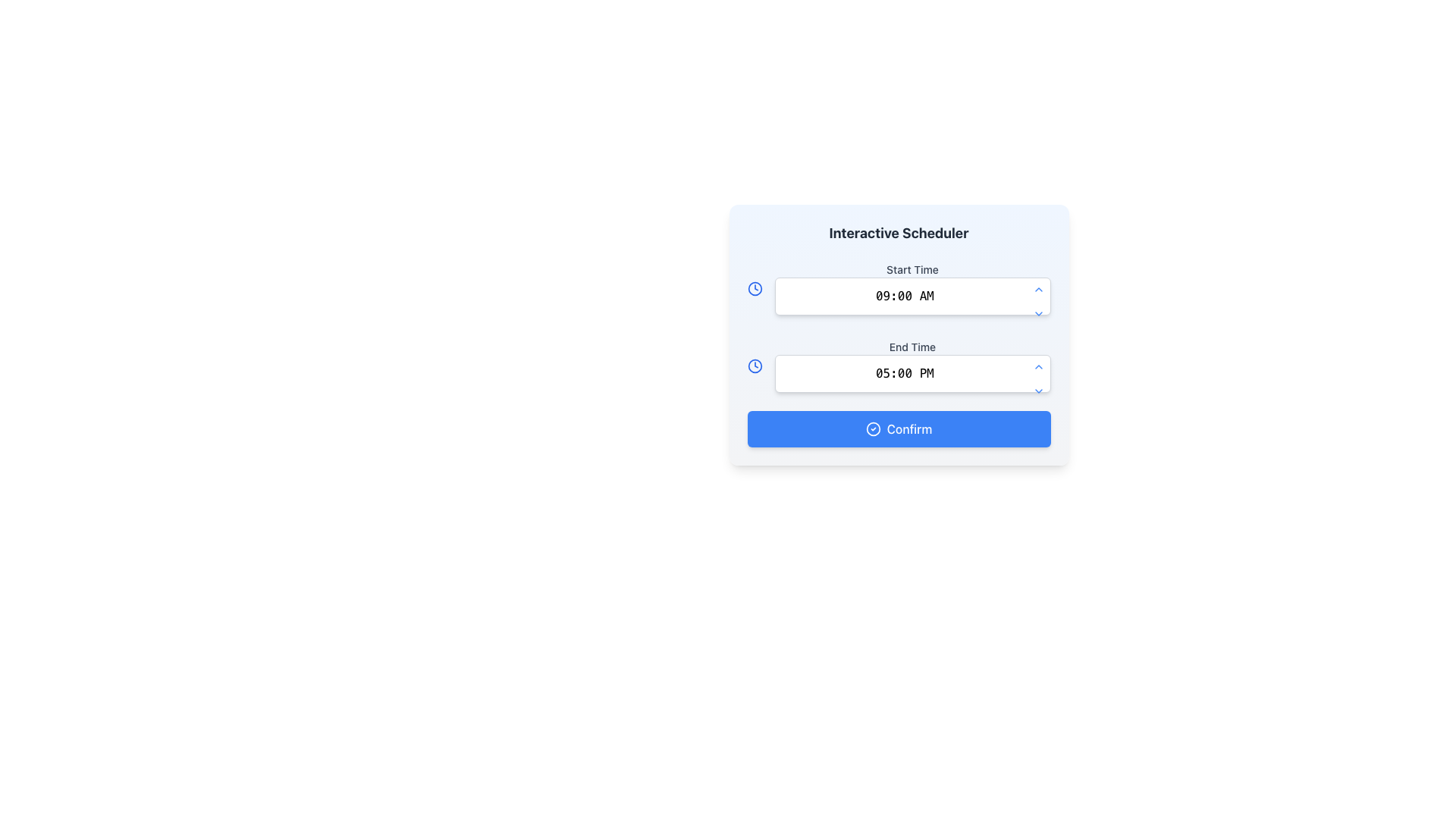 This screenshot has height=819, width=1456. I want to click on the central element of the clock icon located on the left side of the 'End Time' field in the scheduler interface, so click(755, 366).